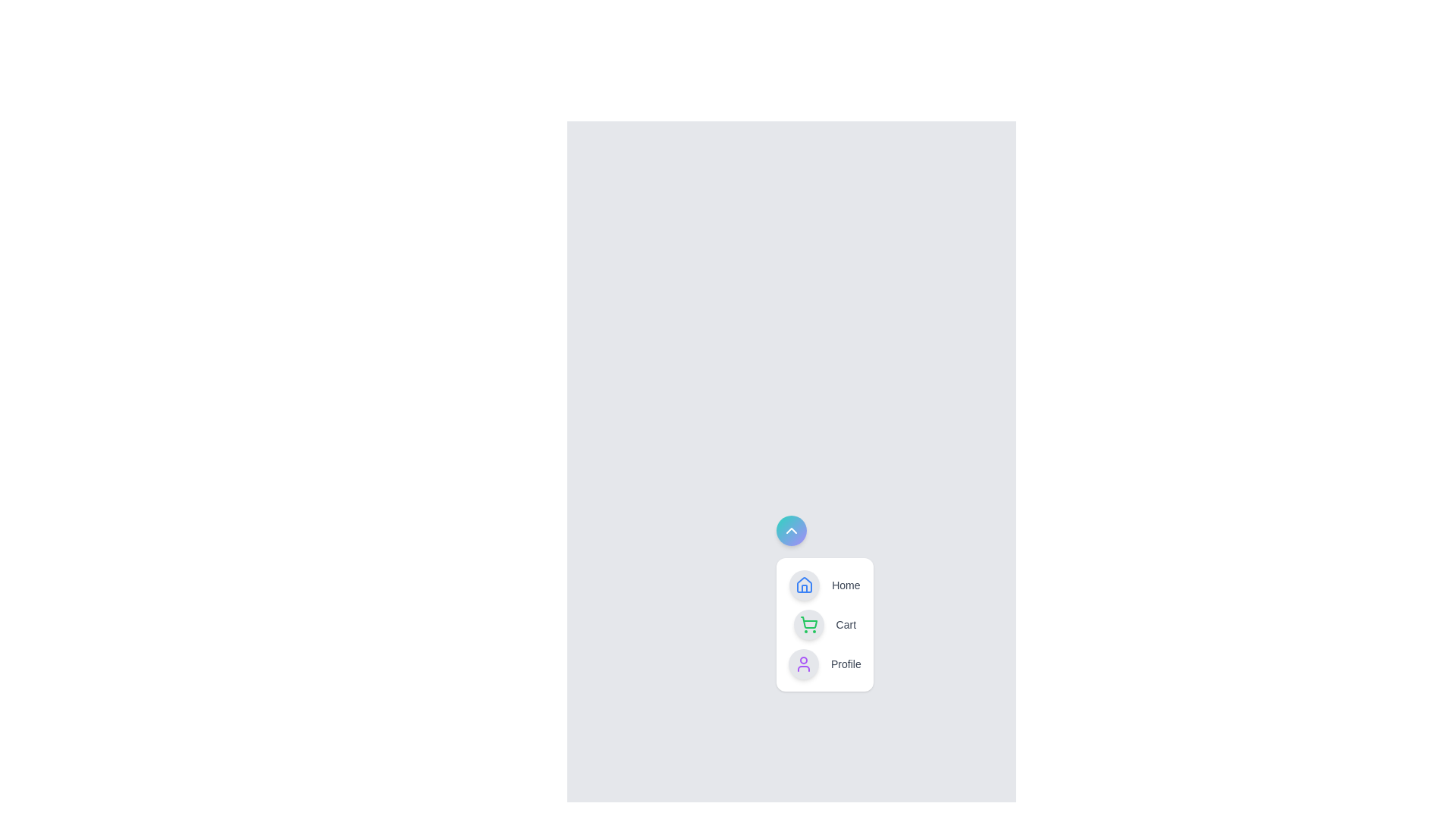  Describe the element at coordinates (824, 663) in the screenshot. I see `the menu item Profile by clicking on it` at that location.